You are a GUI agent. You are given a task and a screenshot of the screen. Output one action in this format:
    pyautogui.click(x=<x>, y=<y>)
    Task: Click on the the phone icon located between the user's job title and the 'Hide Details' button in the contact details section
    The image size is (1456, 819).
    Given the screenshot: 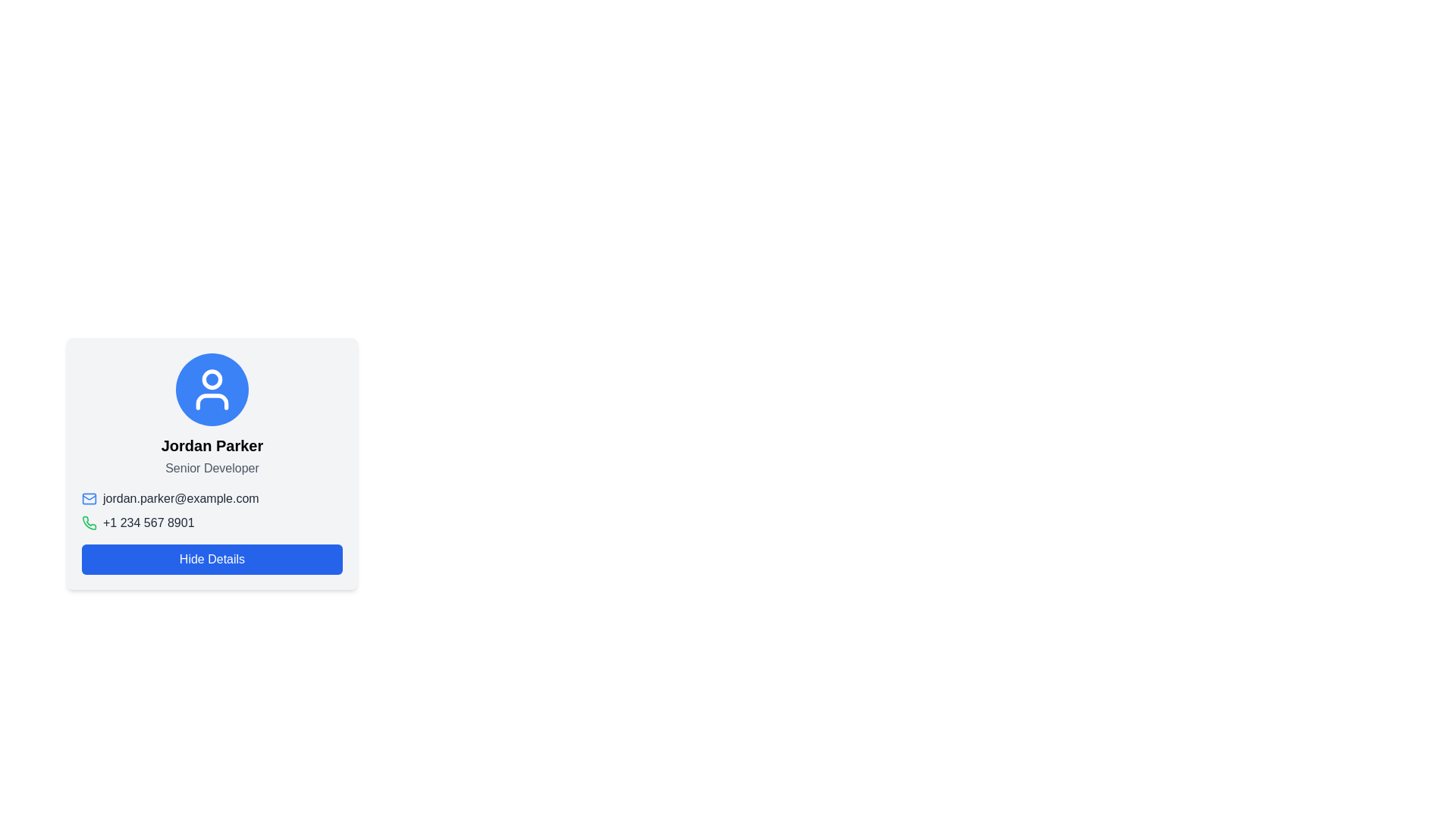 What is the action you would take?
    pyautogui.click(x=211, y=511)
    